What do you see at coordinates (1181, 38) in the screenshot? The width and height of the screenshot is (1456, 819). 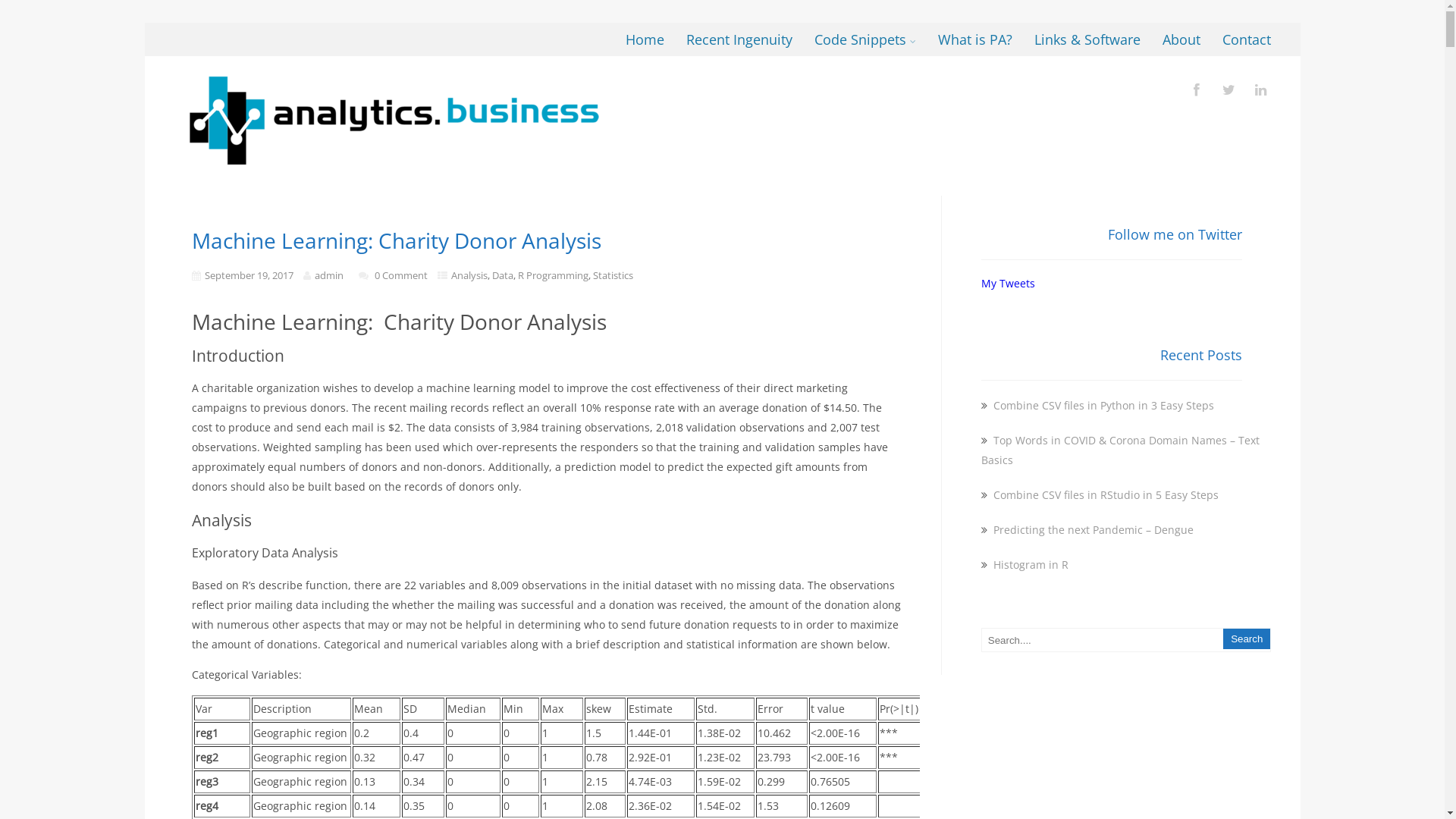 I see `'About'` at bounding box center [1181, 38].